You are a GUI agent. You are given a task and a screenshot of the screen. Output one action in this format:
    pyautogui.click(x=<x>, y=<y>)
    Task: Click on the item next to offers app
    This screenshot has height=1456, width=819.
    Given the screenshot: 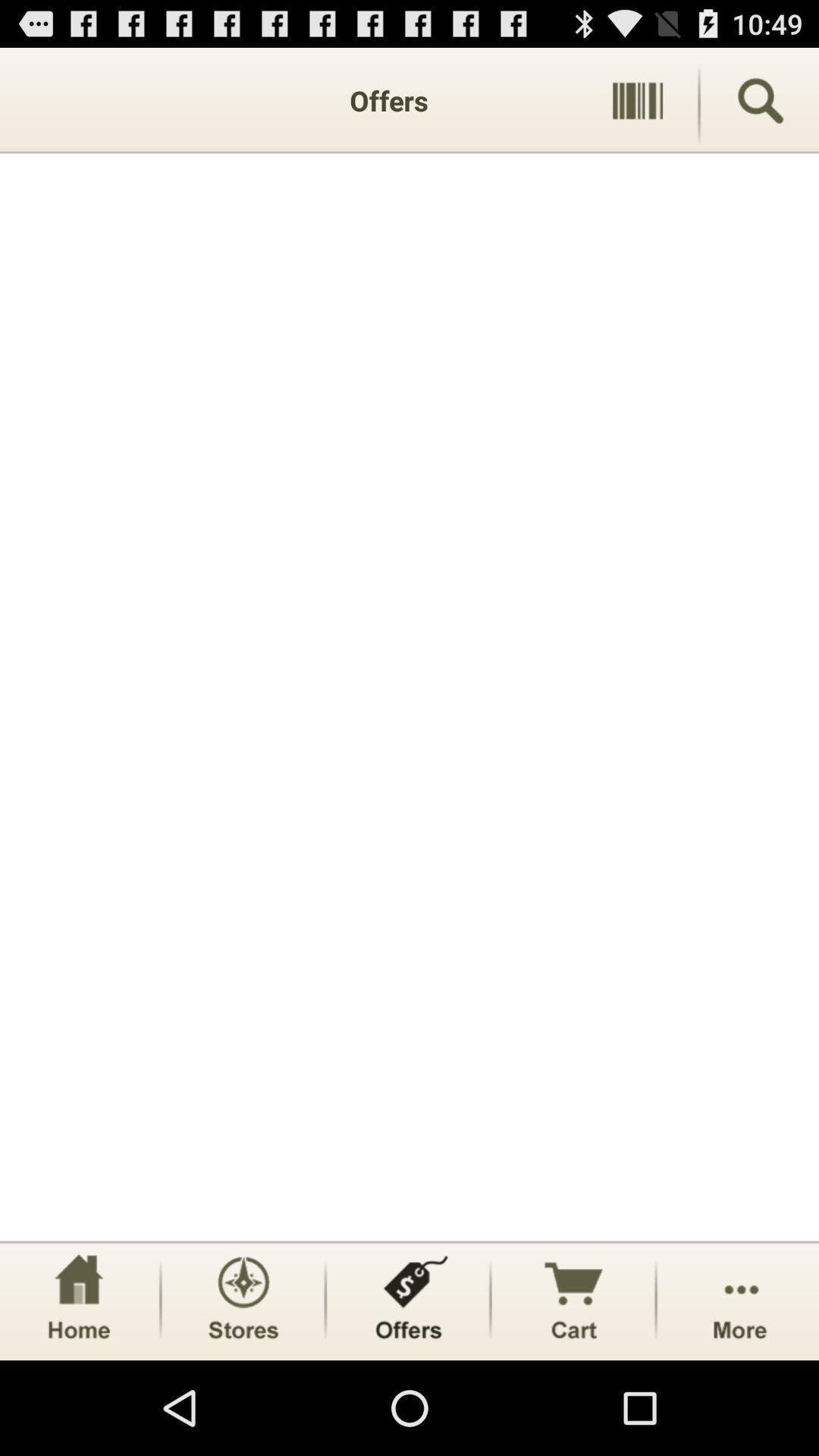 What is the action you would take?
    pyautogui.click(x=637, y=99)
    